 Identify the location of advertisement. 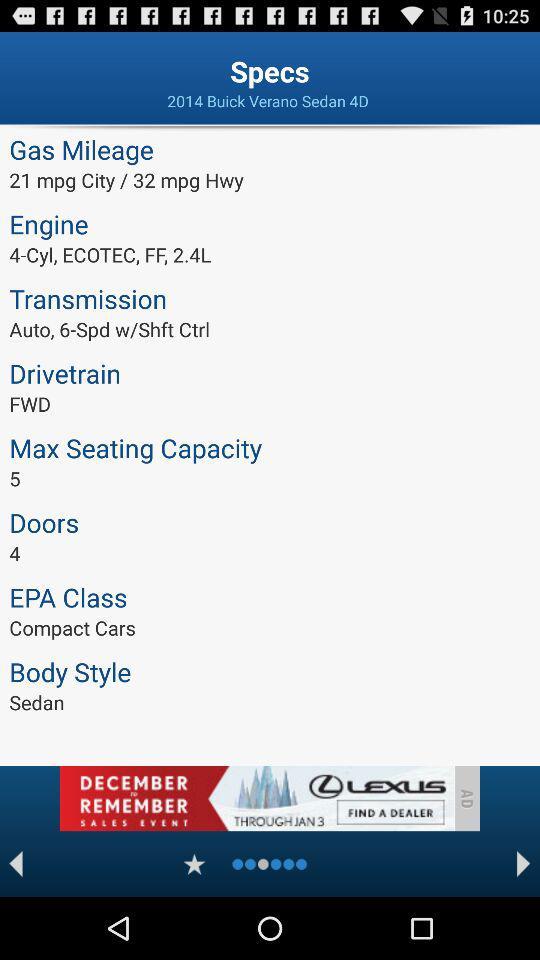
(256, 798).